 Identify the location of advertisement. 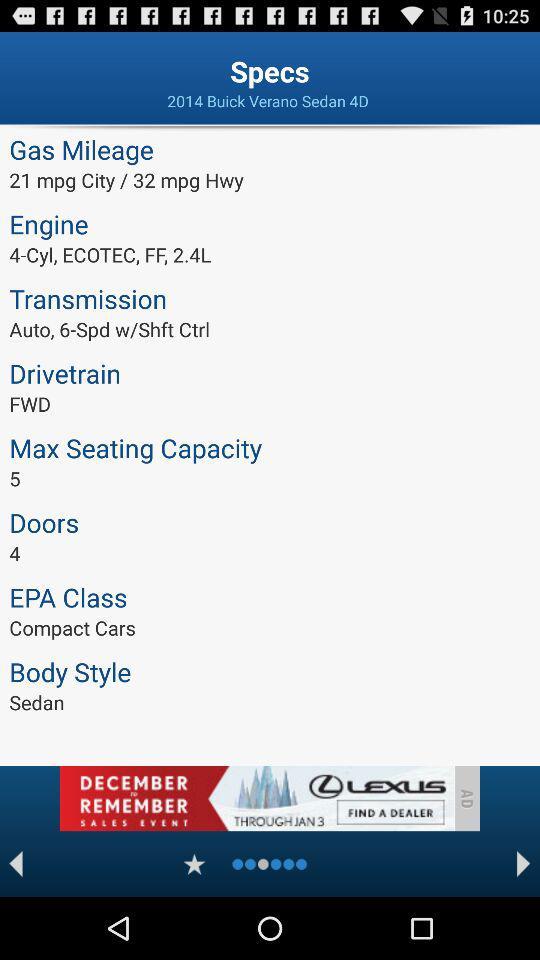
(256, 798).